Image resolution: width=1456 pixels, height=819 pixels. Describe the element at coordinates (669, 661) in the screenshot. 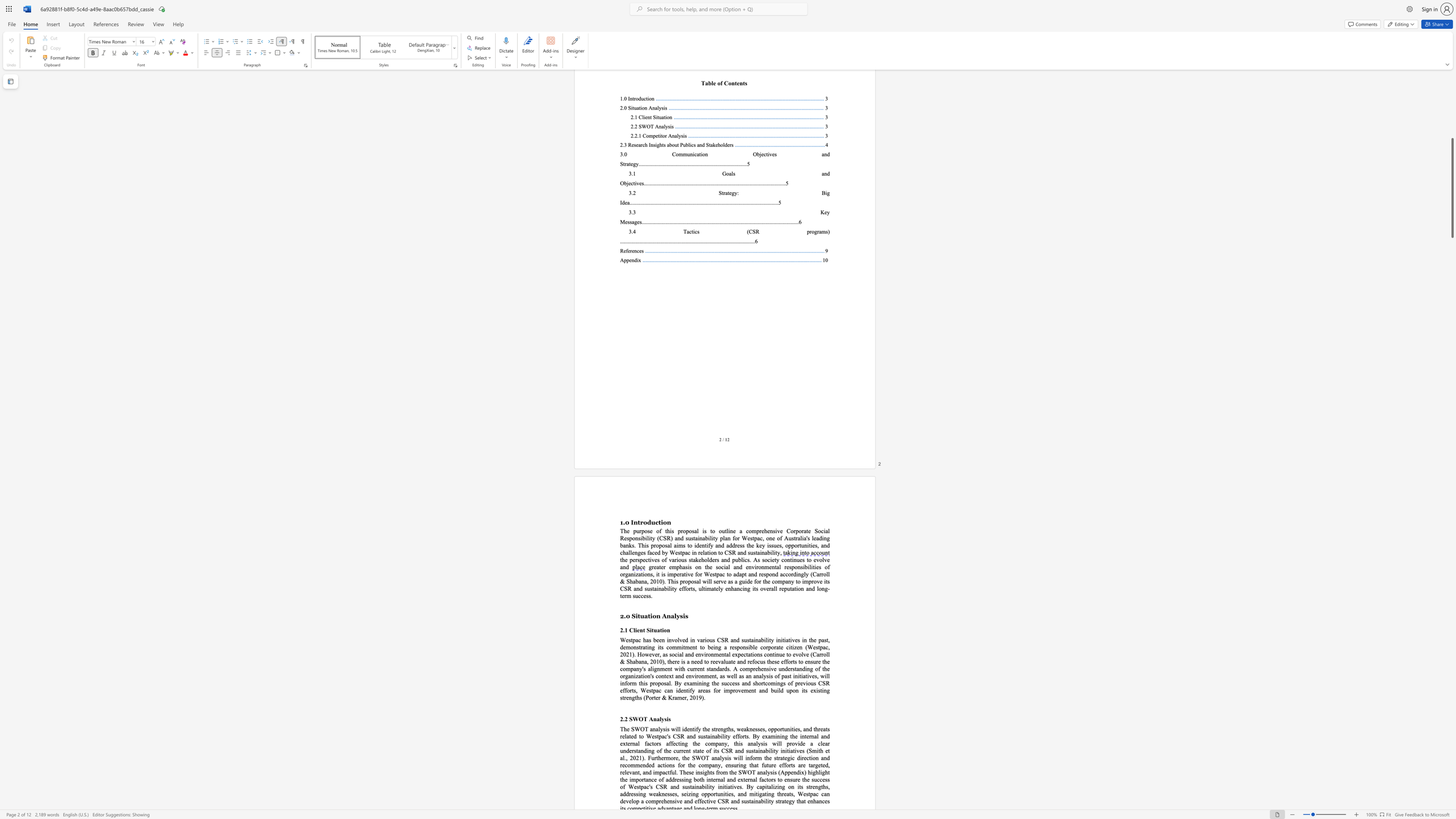

I see `the subset text "here is a need to reevaluate and refocus these efforts to ensure the company" within the text "and environmental expectations continue to evolve (Carroll & Shabana, 2010), there is a need to reevaluate and refocus these efforts to ensure the company"` at that location.